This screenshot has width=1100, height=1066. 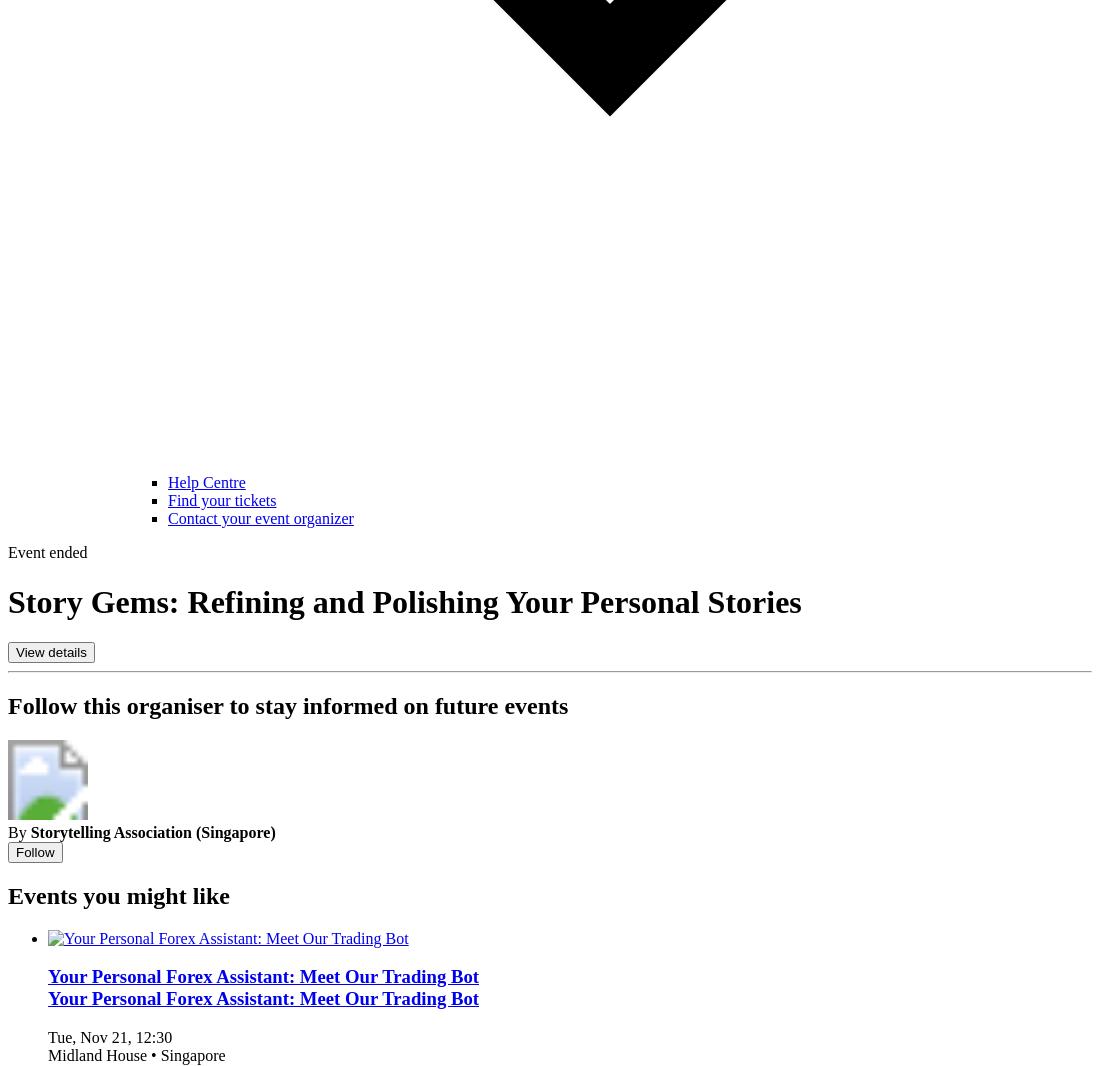 I want to click on 'Story Gems: Refining and Polishing Your Personal Stories', so click(x=7, y=600).